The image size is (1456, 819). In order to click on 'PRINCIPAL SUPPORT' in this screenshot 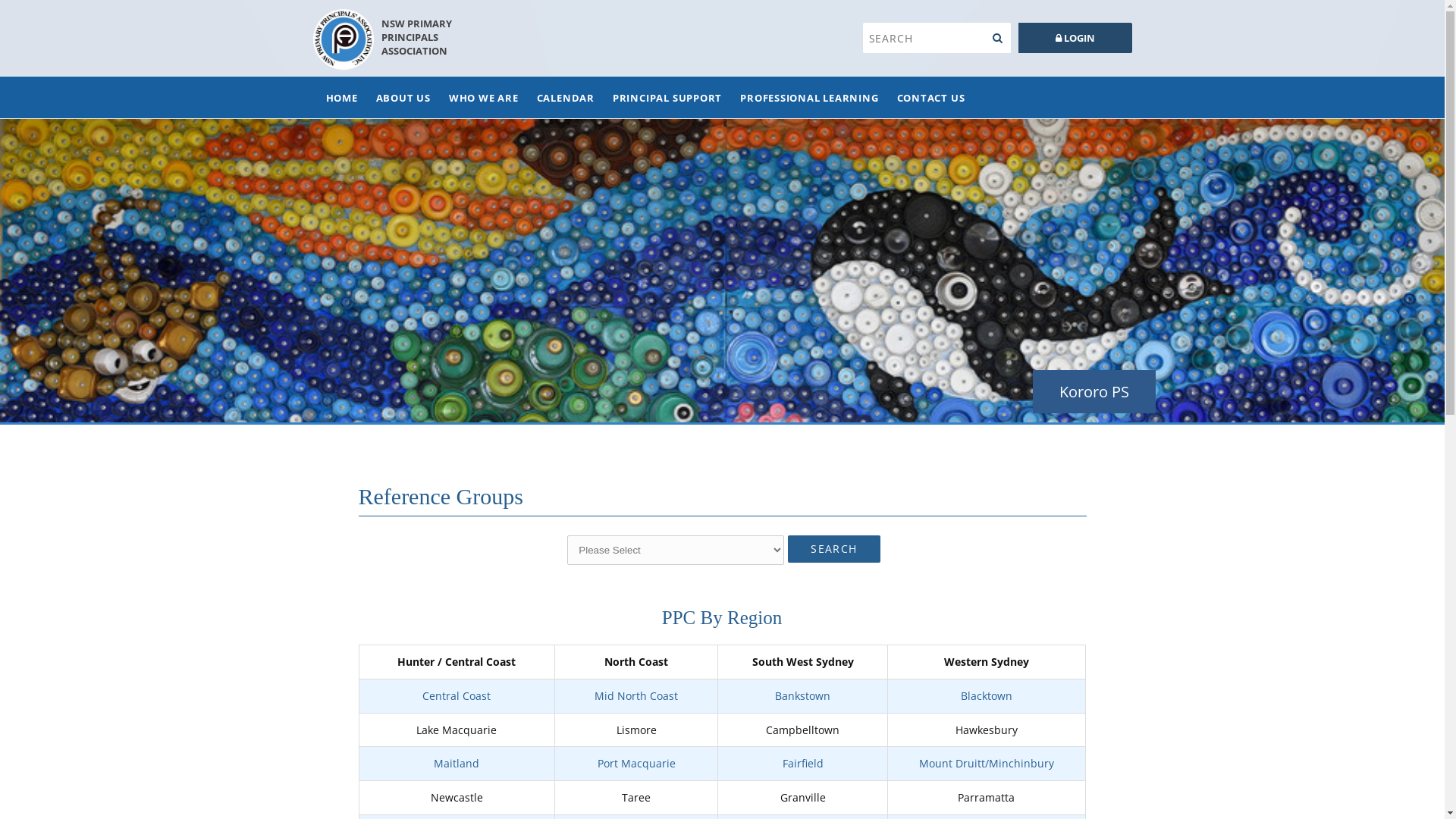, I will do `click(667, 97)`.